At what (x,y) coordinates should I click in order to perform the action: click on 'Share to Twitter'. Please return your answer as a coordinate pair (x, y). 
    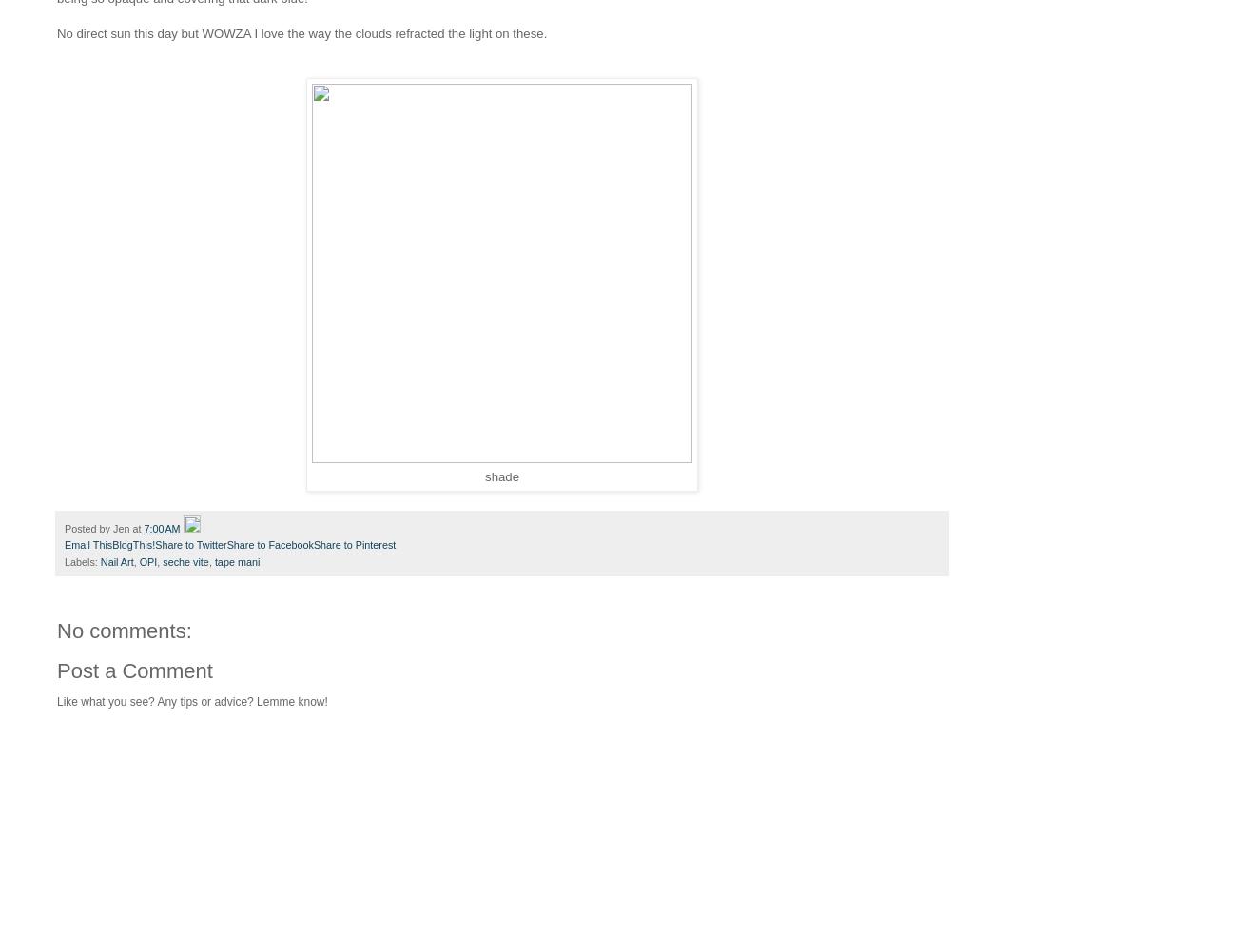
    Looking at the image, I should click on (190, 544).